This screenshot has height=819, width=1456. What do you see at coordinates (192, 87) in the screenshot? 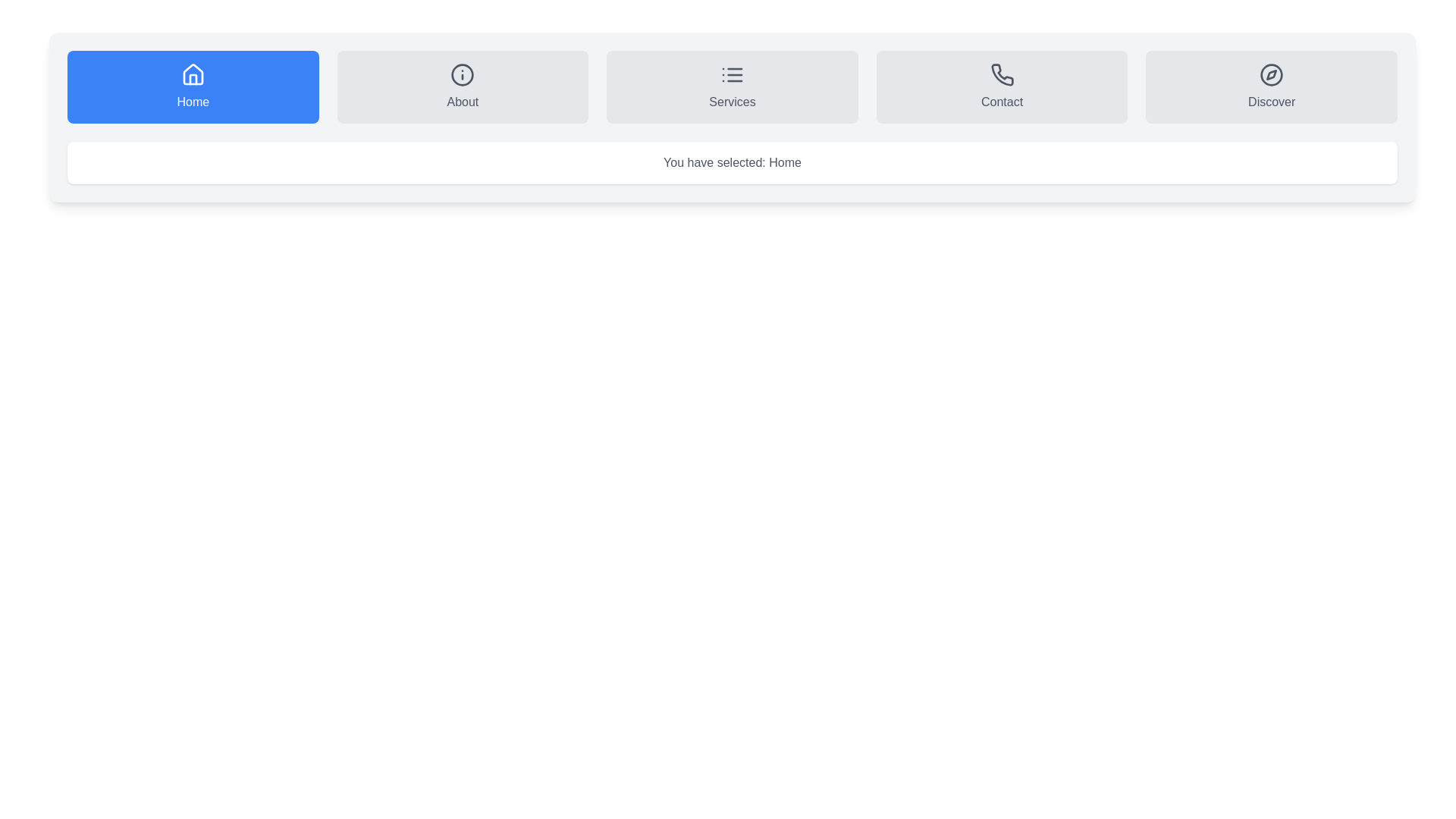
I see `the 'Home' button located at the top-left corner of the button group` at bounding box center [192, 87].